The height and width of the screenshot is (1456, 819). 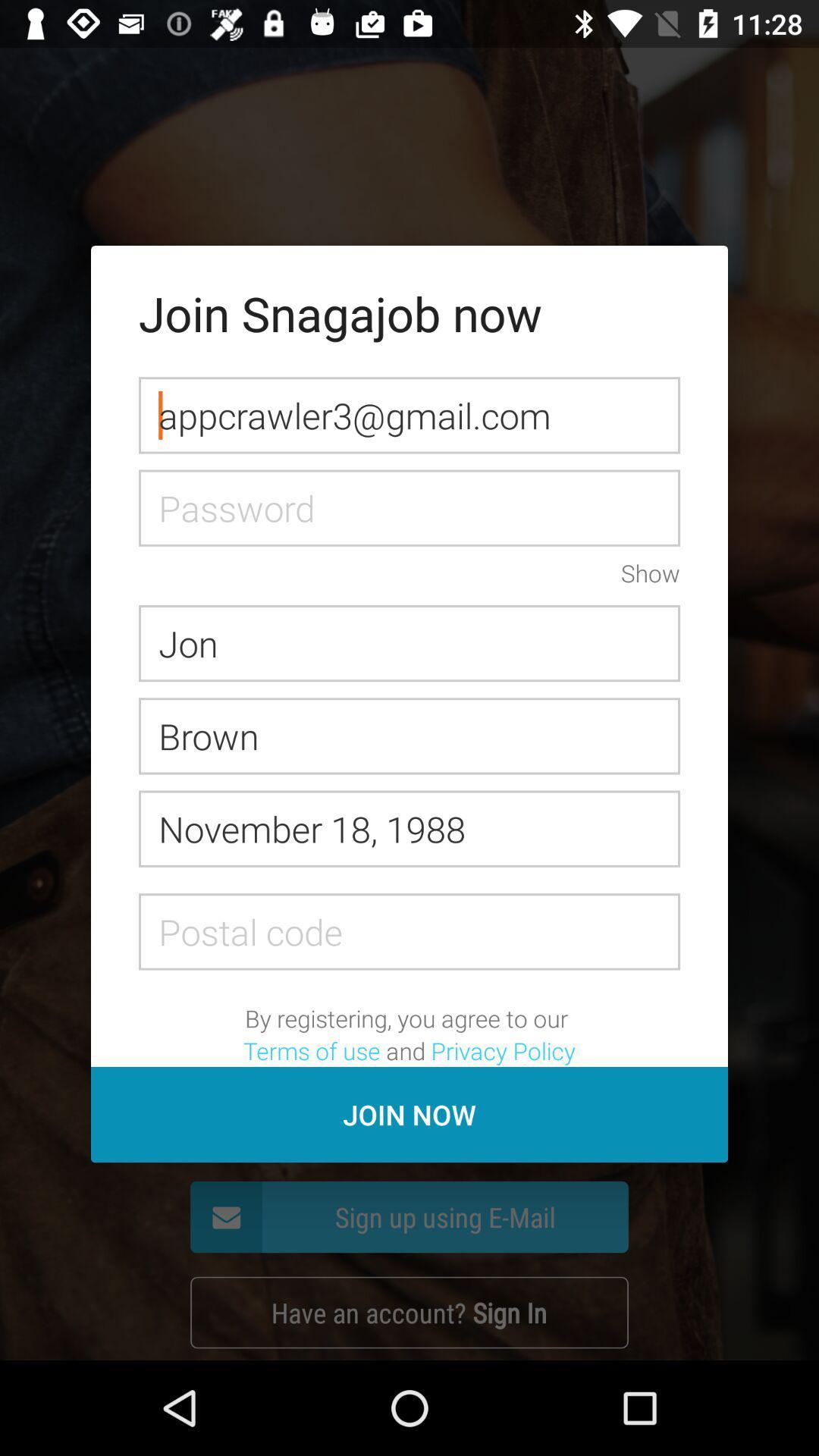 What do you see at coordinates (409, 508) in the screenshot?
I see `open the secret key` at bounding box center [409, 508].